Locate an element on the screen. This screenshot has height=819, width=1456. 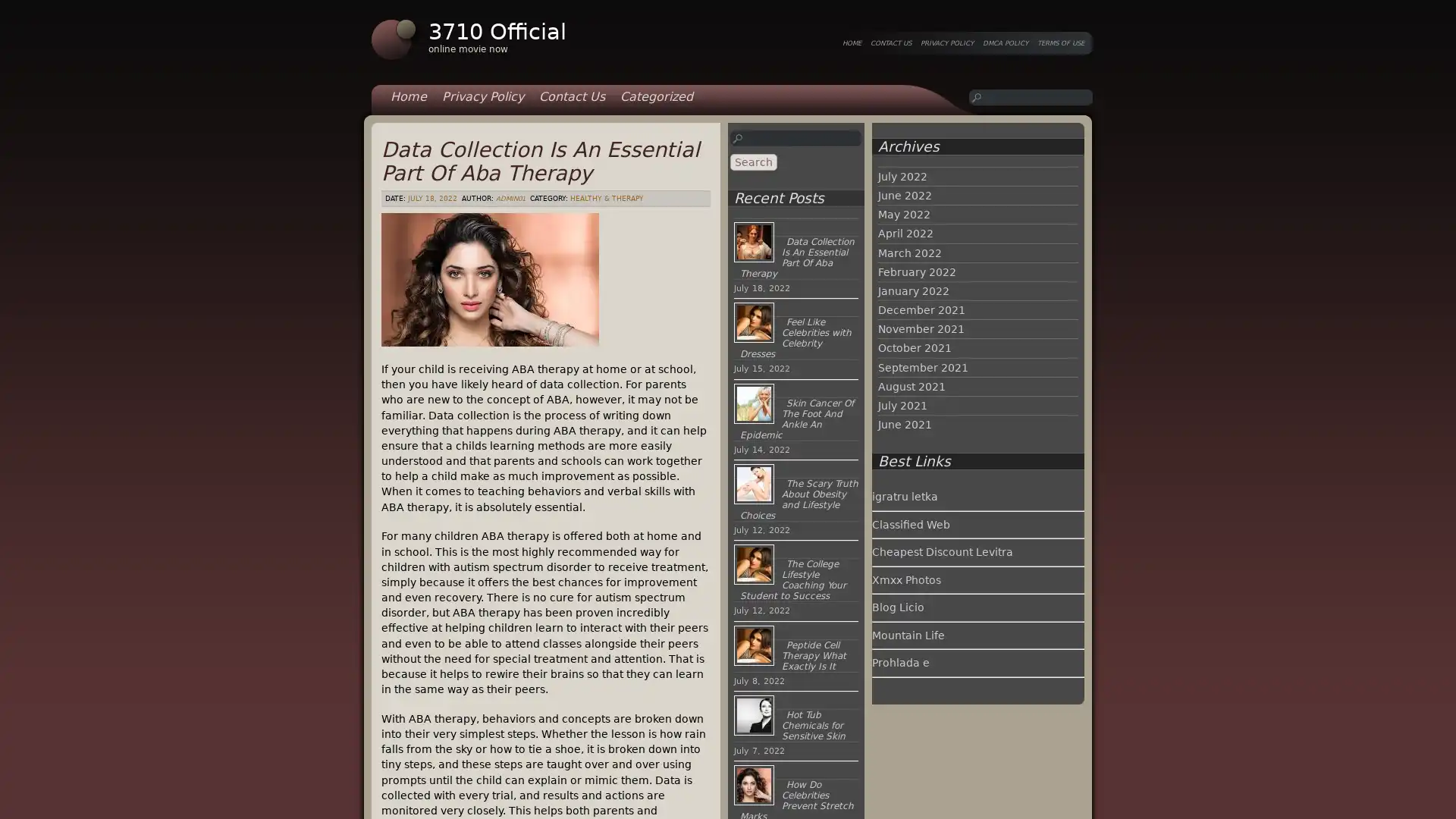
Search is located at coordinates (753, 162).